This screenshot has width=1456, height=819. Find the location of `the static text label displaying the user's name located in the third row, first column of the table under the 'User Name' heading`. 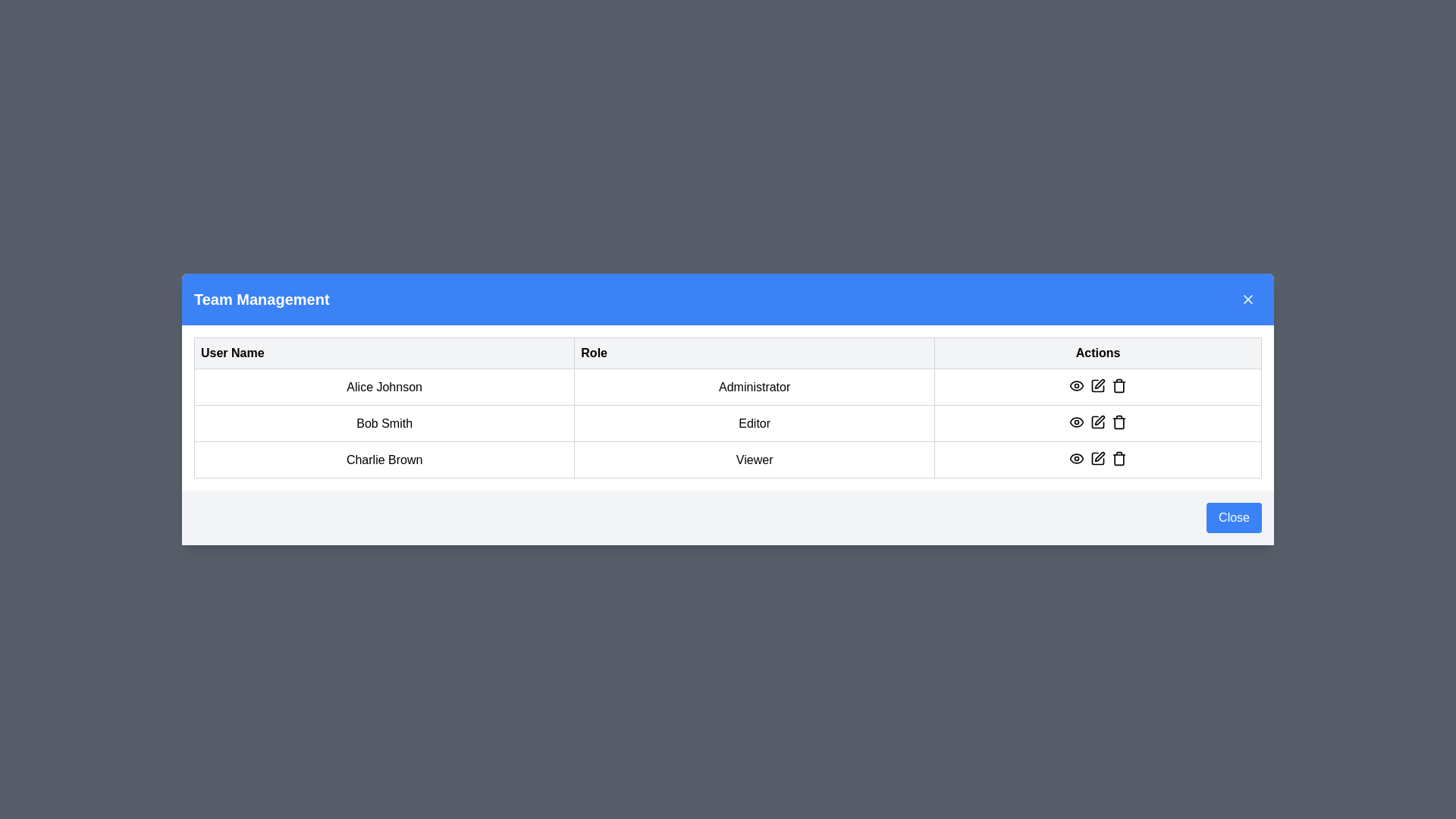

the static text label displaying the user's name located in the third row, first column of the table under the 'User Name' heading is located at coordinates (384, 459).